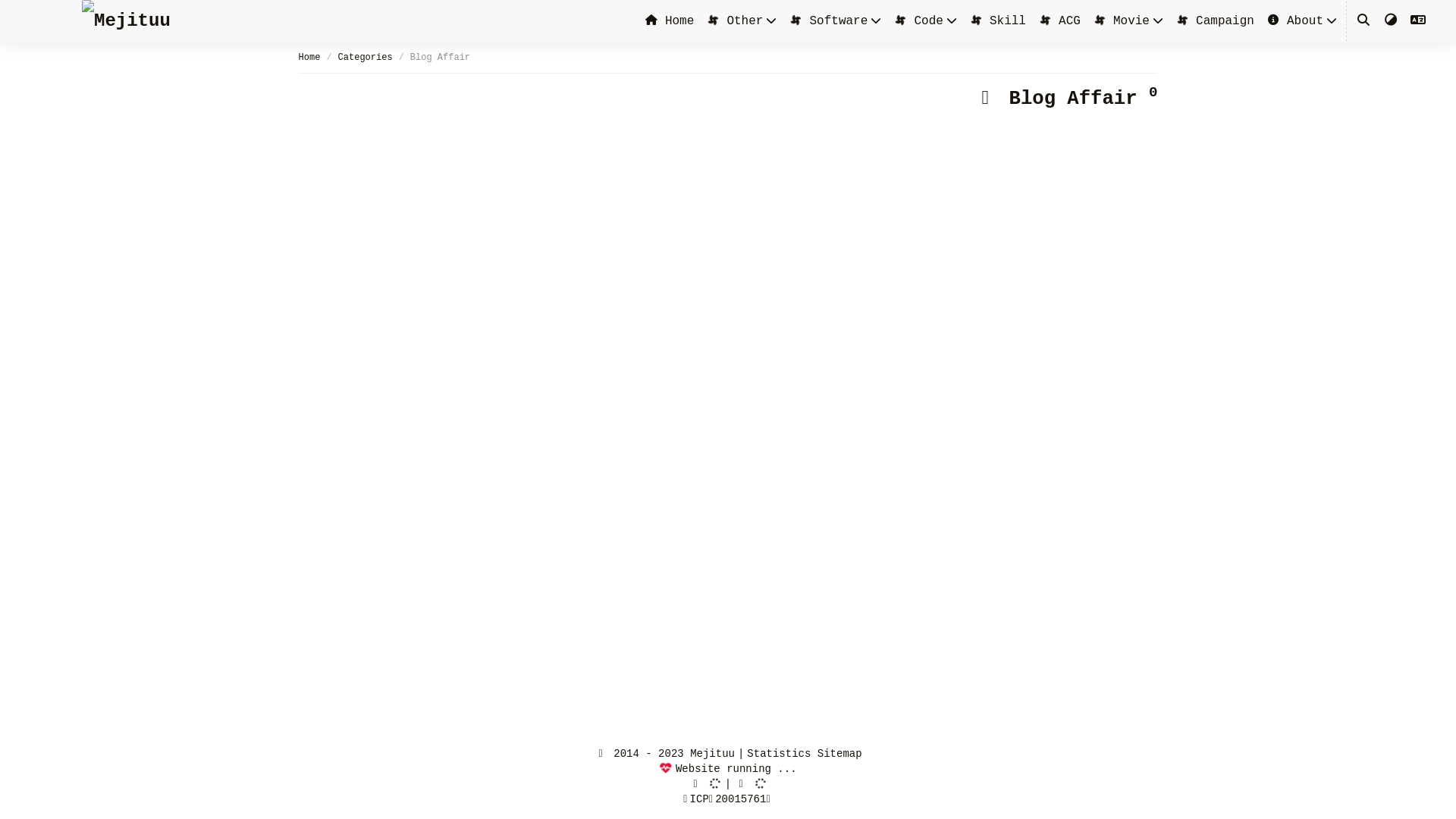  I want to click on 'Mejituu', so click(126, 20).